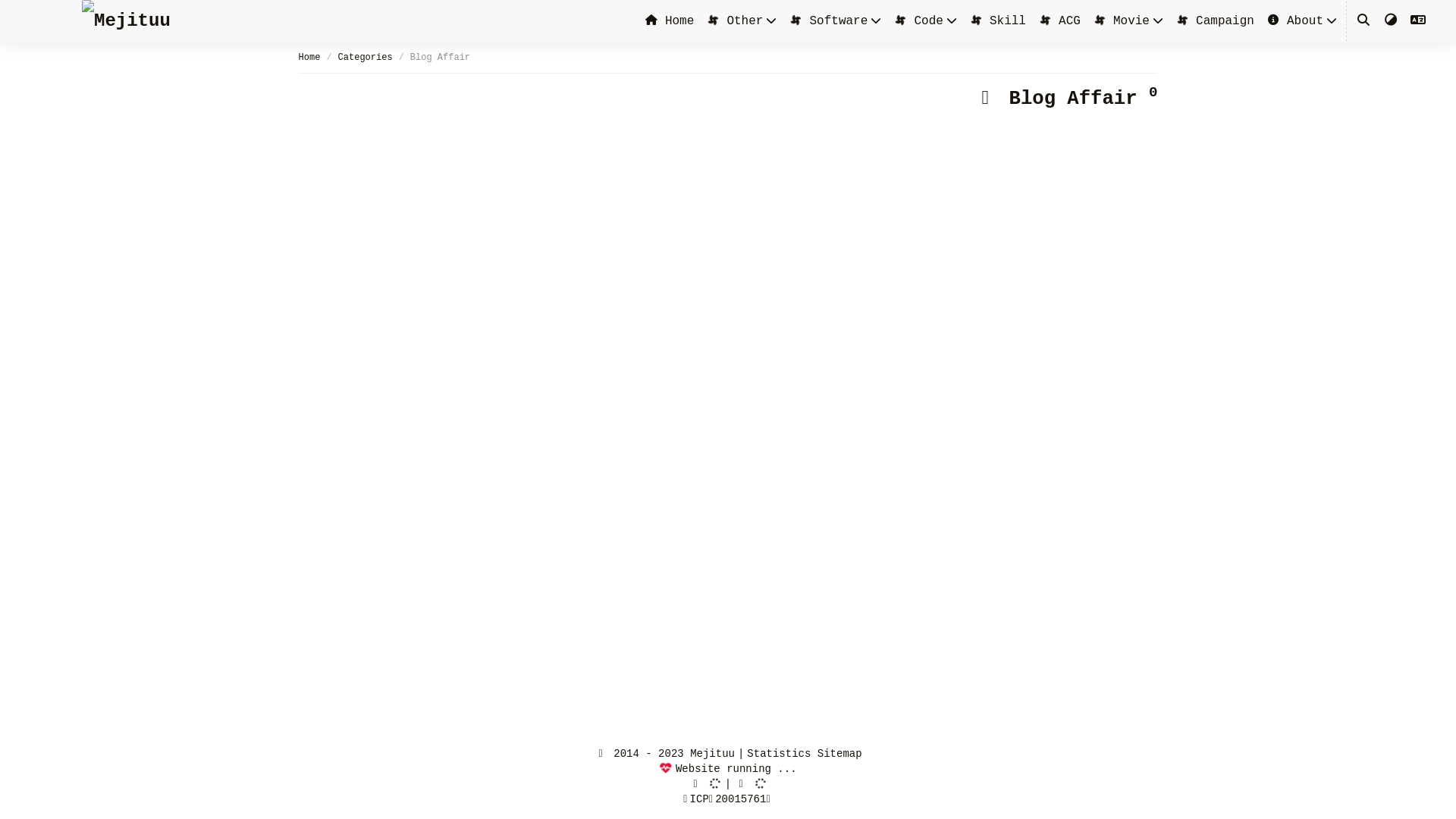  I want to click on 'Mejituu', so click(126, 20).